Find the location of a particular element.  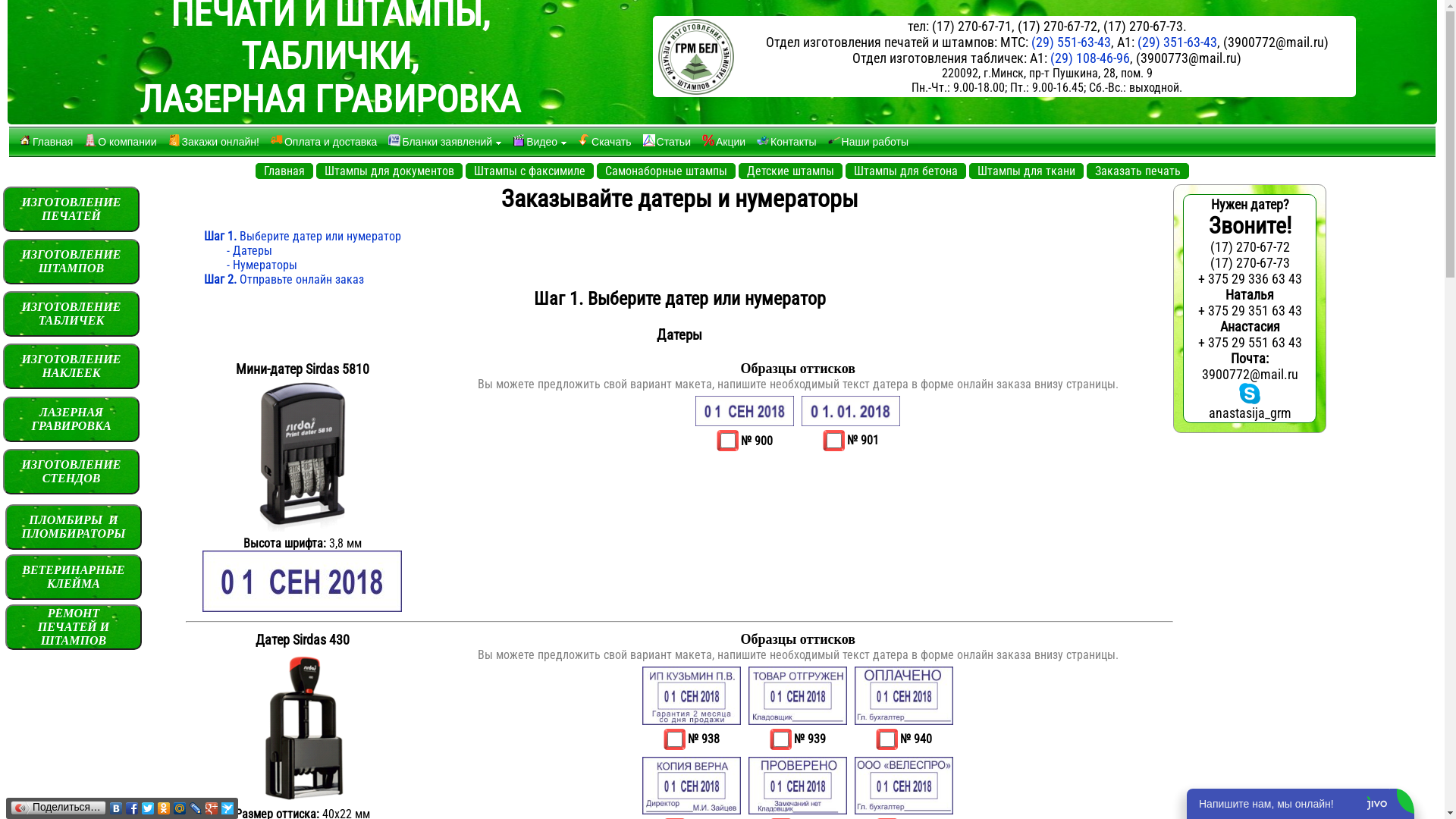

'Facebook' is located at coordinates (124, 807).